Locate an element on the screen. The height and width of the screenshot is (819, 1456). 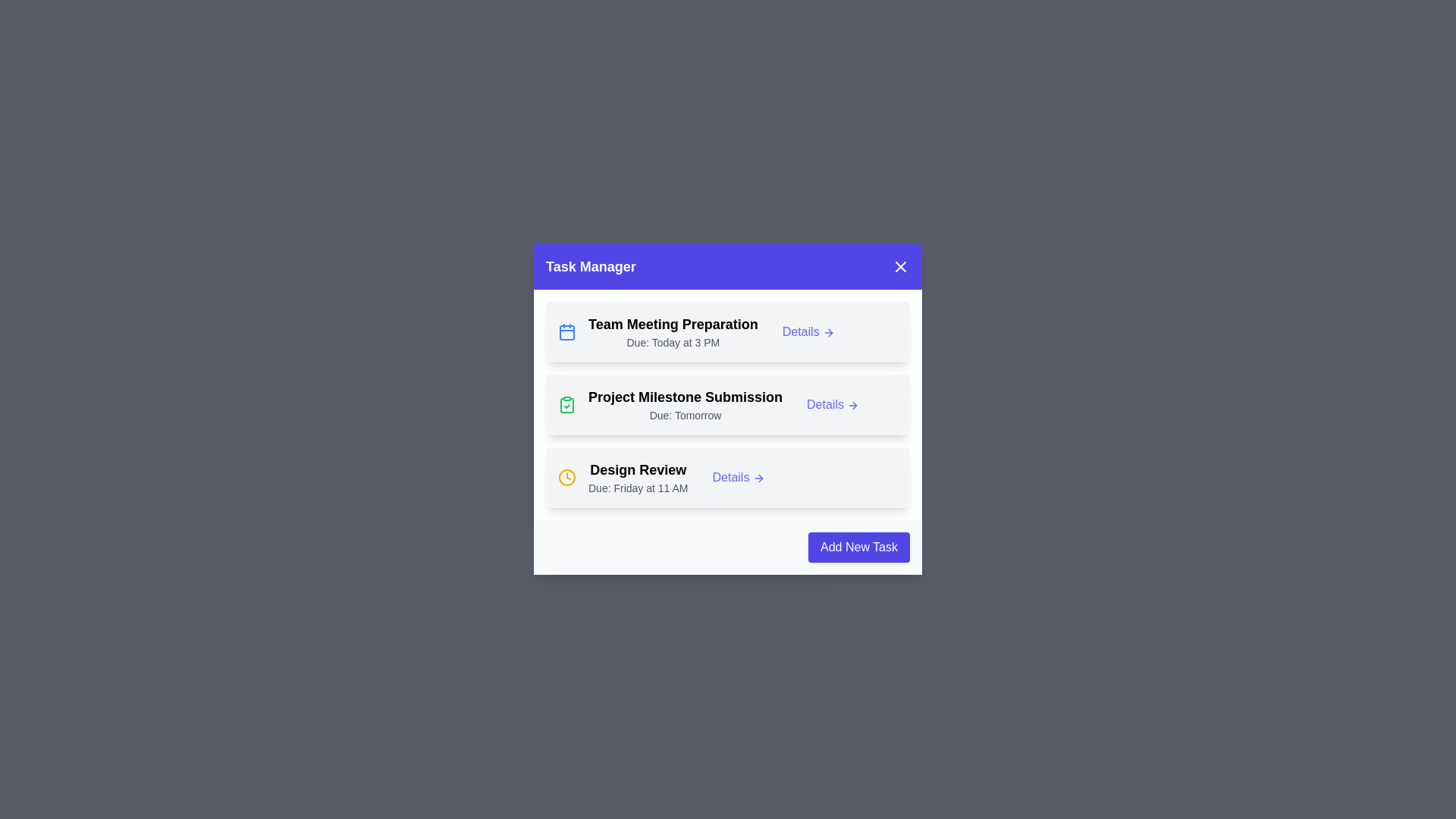
the rightwards pointing arrow icon that is part of the SVG graphic located next to the 'Details' text for the 'Team Meeting Preparation' task is located at coordinates (830, 331).